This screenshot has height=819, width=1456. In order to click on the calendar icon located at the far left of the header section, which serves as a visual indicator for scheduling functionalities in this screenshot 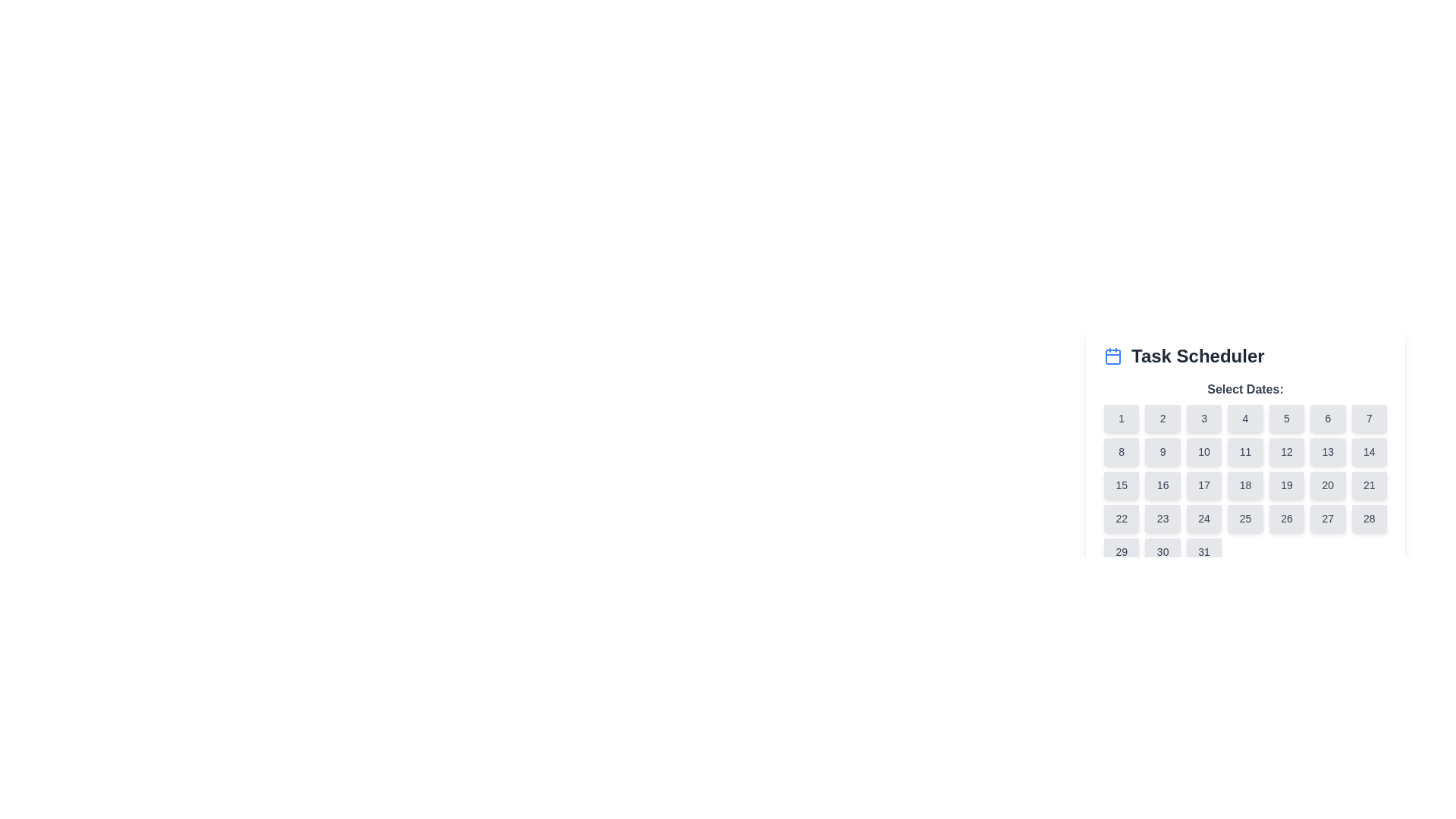, I will do `click(1113, 356)`.